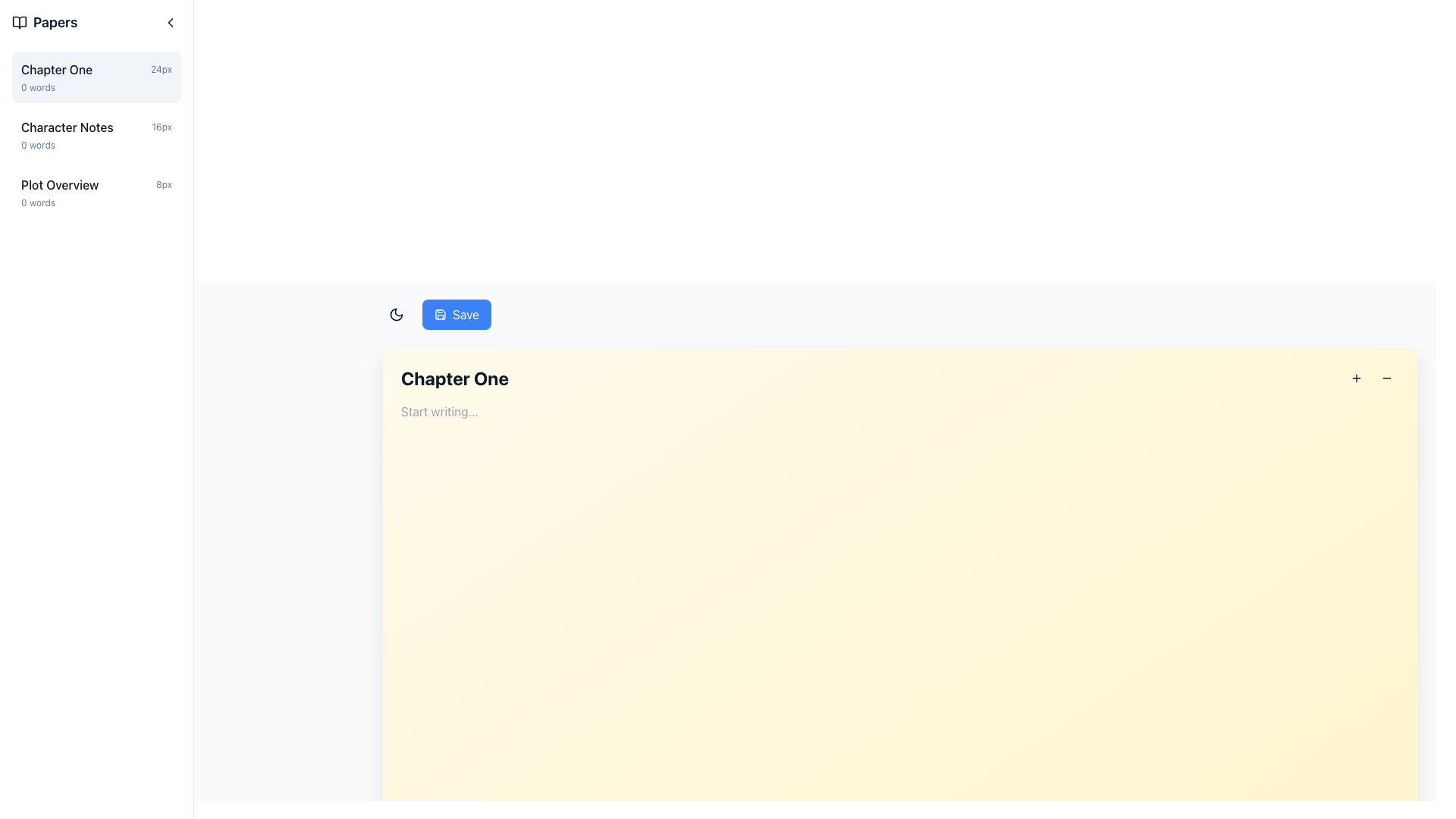 Image resolution: width=1456 pixels, height=819 pixels. Describe the element at coordinates (1386, 377) in the screenshot. I see `the button with an embedded 'minus' icon located at the top-right corner of the 'Chapter One' panel to observe the hover effect` at that location.